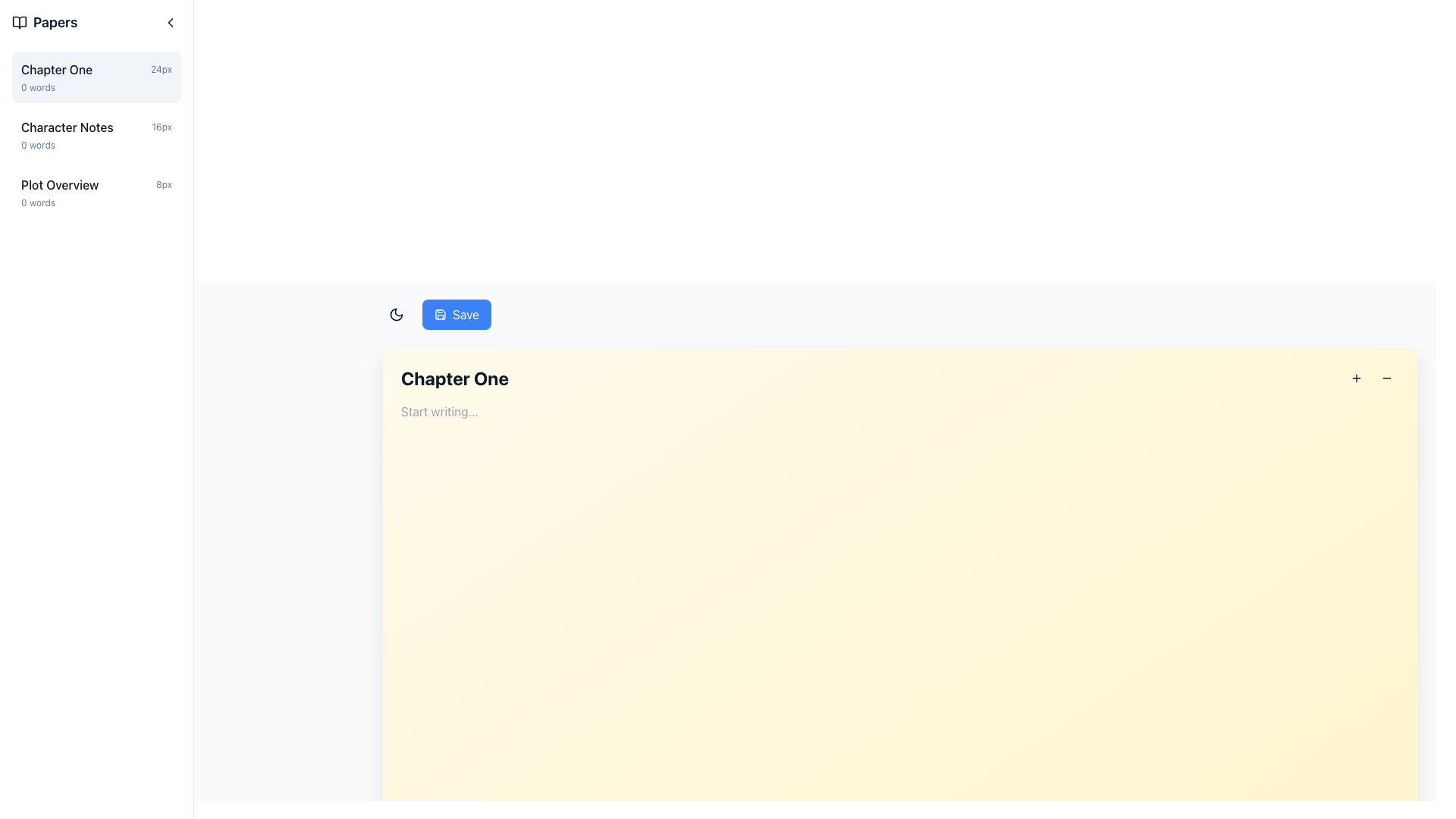 Image resolution: width=1456 pixels, height=819 pixels. Describe the element at coordinates (1386, 377) in the screenshot. I see `the button with an embedded 'minus' icon located at the top-right corner of the 'Chapter One' panel to observe the hover effect` at that location.